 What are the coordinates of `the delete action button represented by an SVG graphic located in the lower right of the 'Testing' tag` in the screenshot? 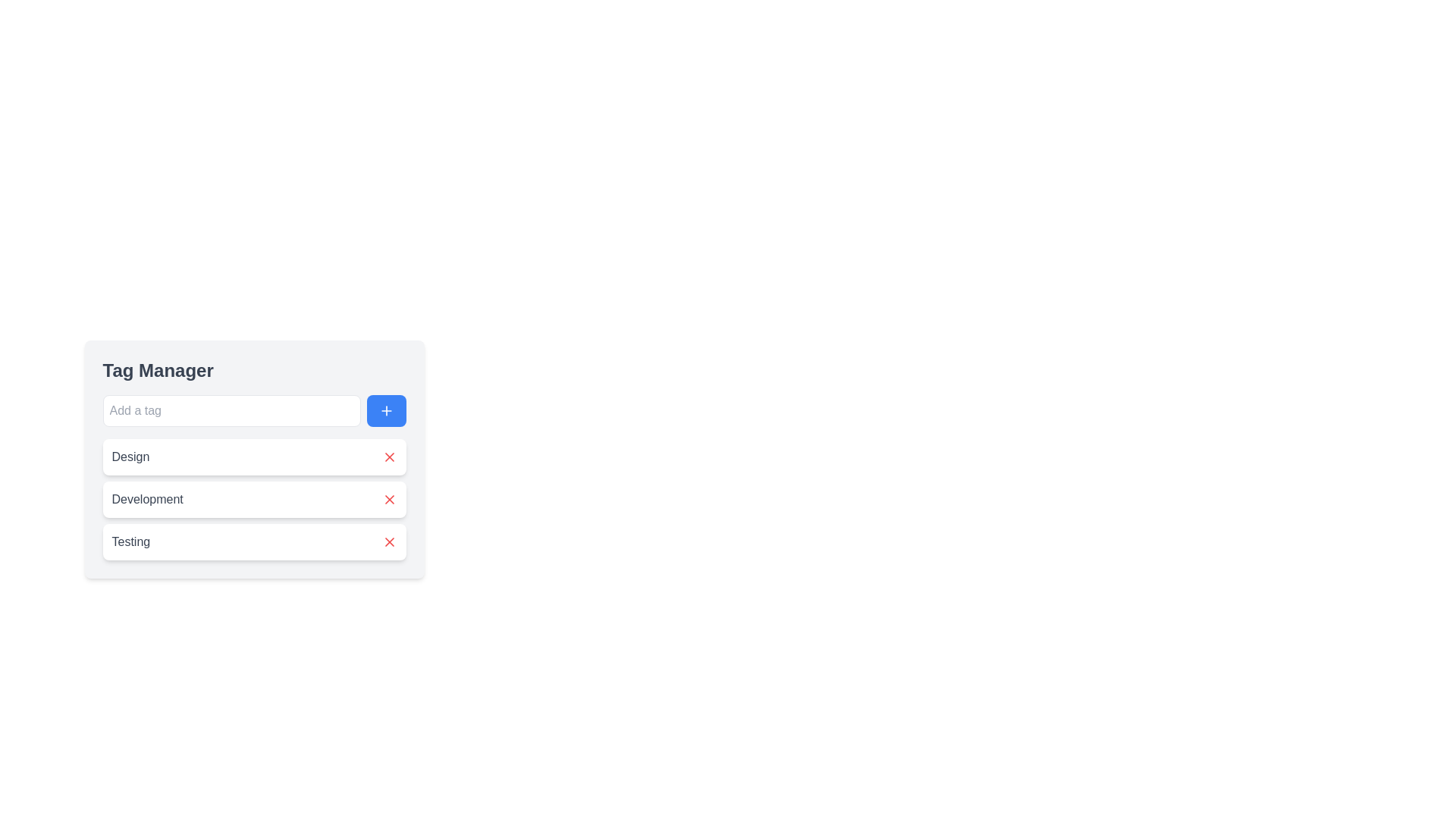 It's located at (389, 541).